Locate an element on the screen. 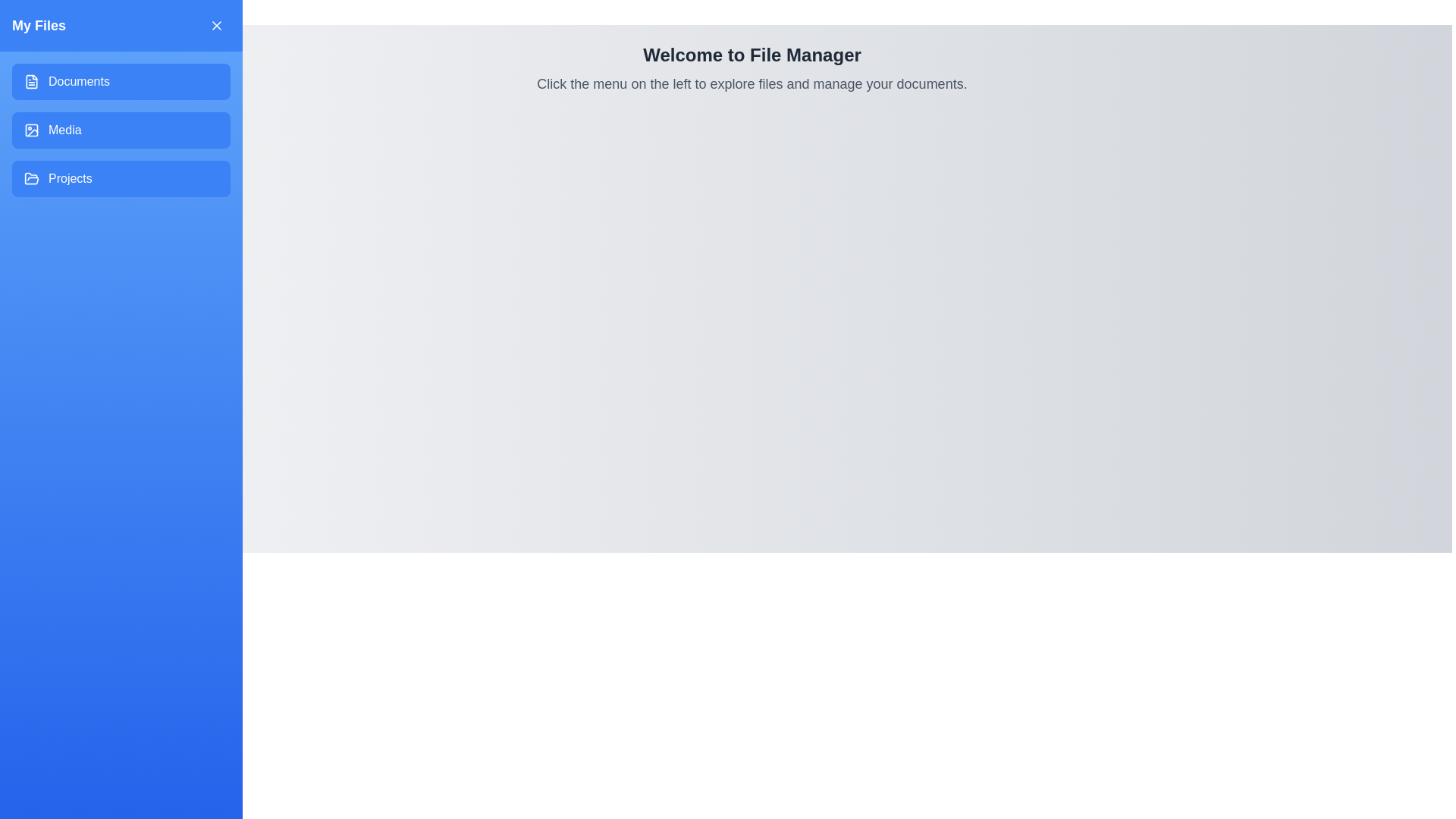  the drawer button labeled 'Projects' to observe visual feedback is located at coordinates (120, 177).